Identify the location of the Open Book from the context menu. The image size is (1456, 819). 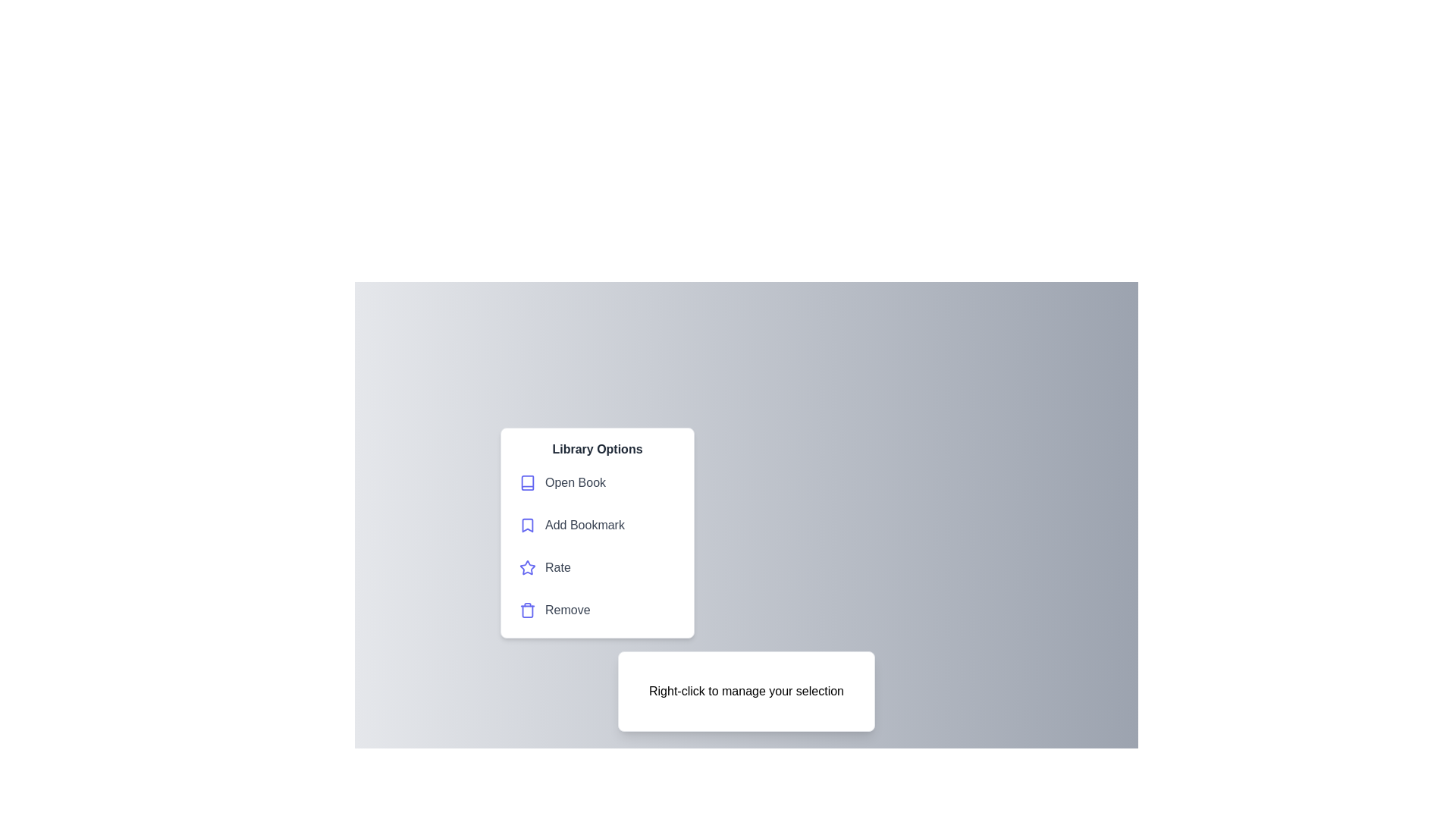
(596, 482).